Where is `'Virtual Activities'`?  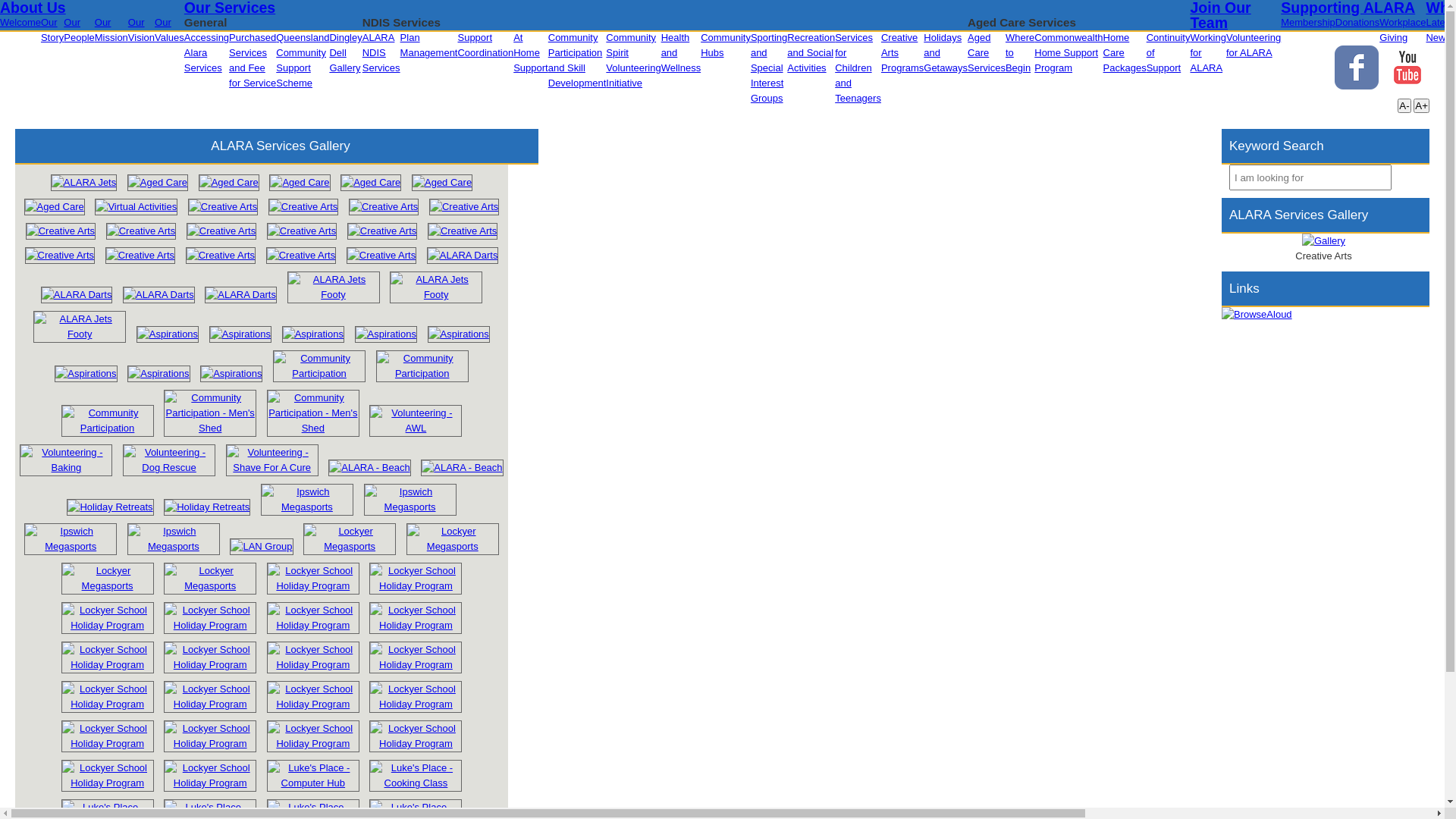 'Virtual Activities' is located at coordinates (136, 206).